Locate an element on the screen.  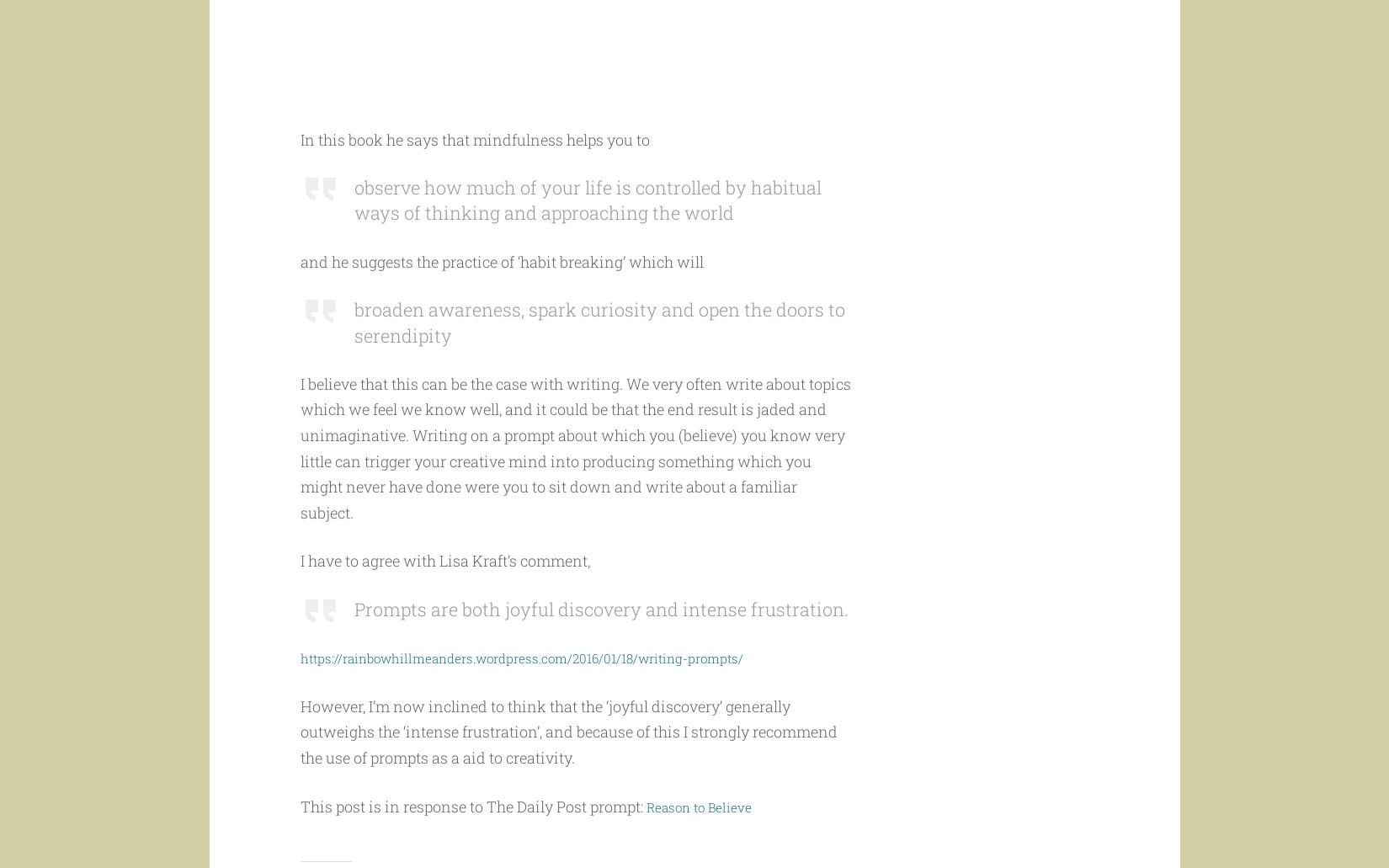
'I believe that this can be the case with writing. We very often write about topics which we feel we know well, and it could be that the end result is jaded and unimaginative. Writing on a prompt about which you (believe) you know very little can trigger your creative mind into producing something which you might never have done were you to sit down and write about a familiar subject.' is located at coordinates (573, 479).